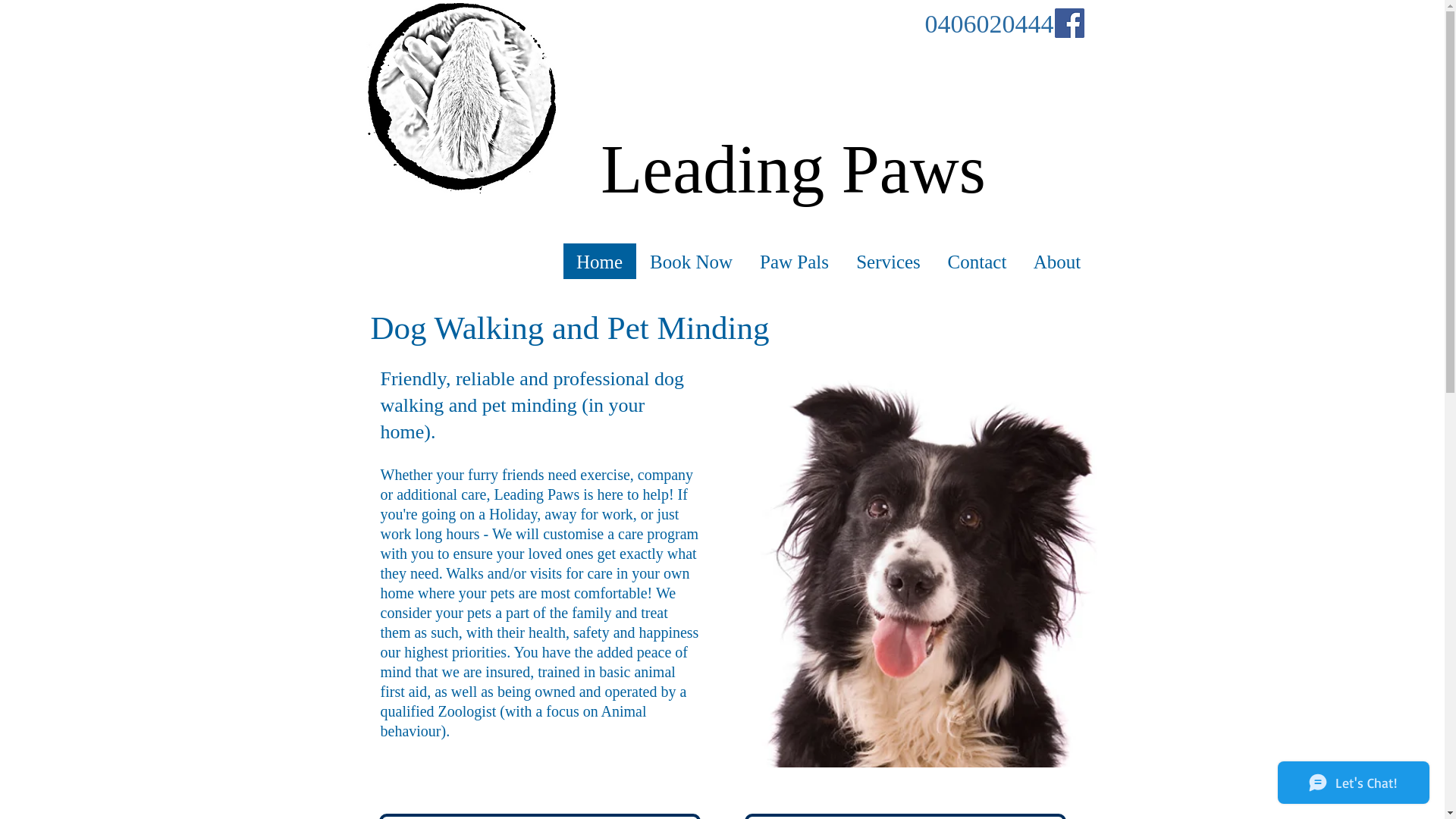  I want to click on 'You have', so click(540, 651).